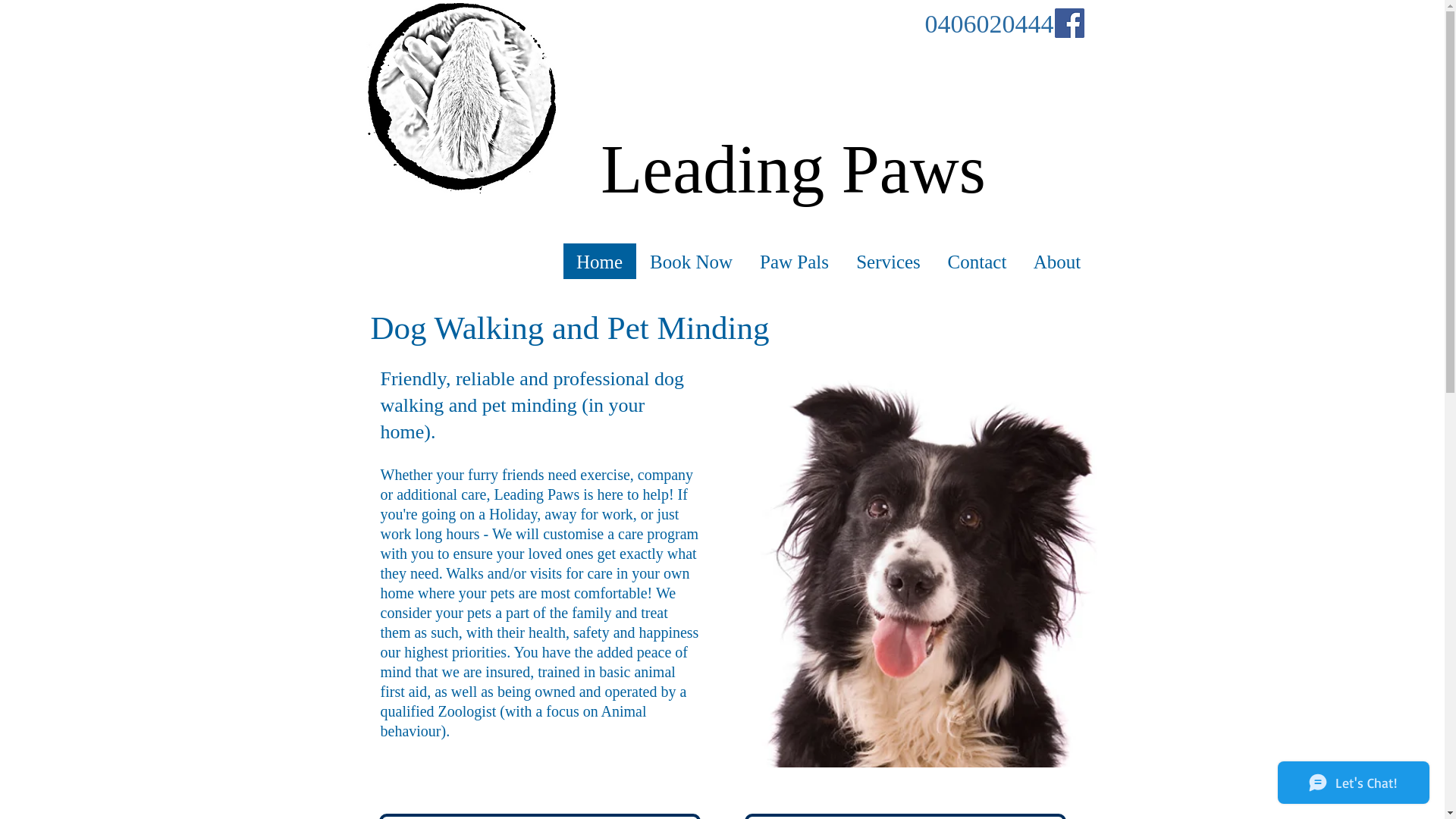  I want to click on 'You have', so click(540, 651).